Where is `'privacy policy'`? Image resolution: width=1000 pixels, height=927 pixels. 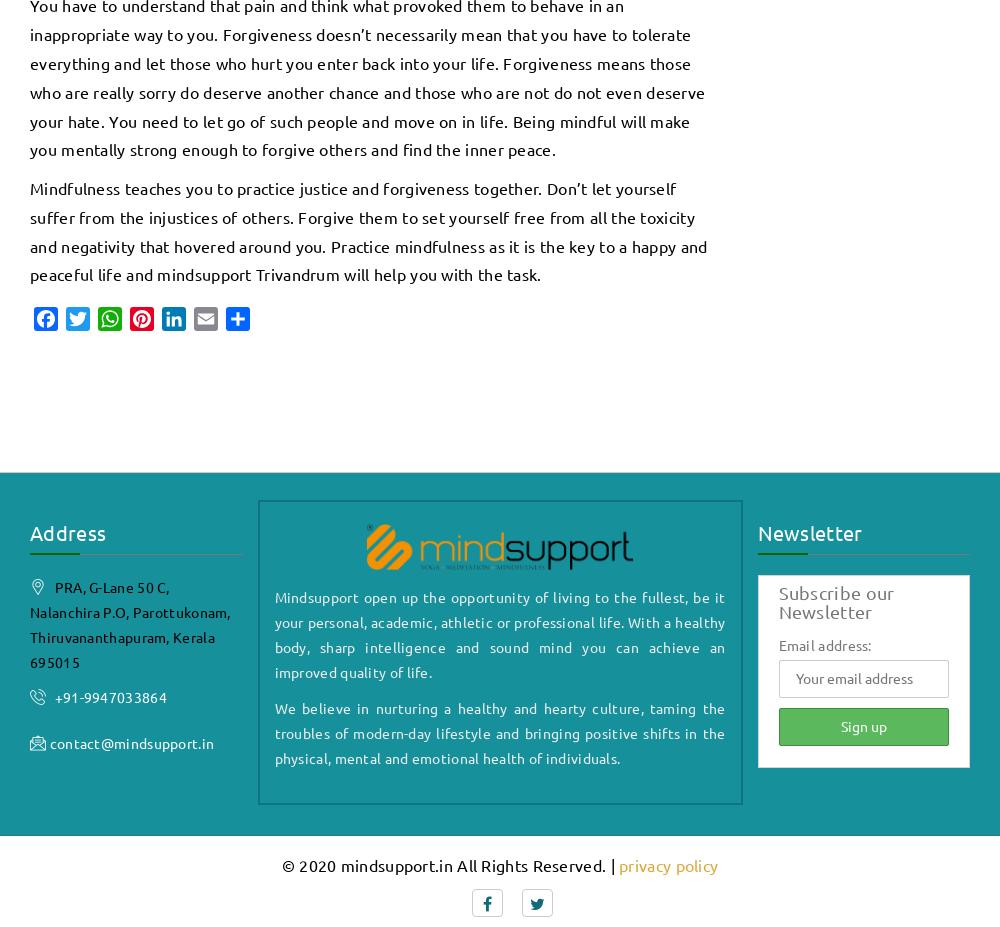
'privacy policy' is located at coordinates (618, 864).